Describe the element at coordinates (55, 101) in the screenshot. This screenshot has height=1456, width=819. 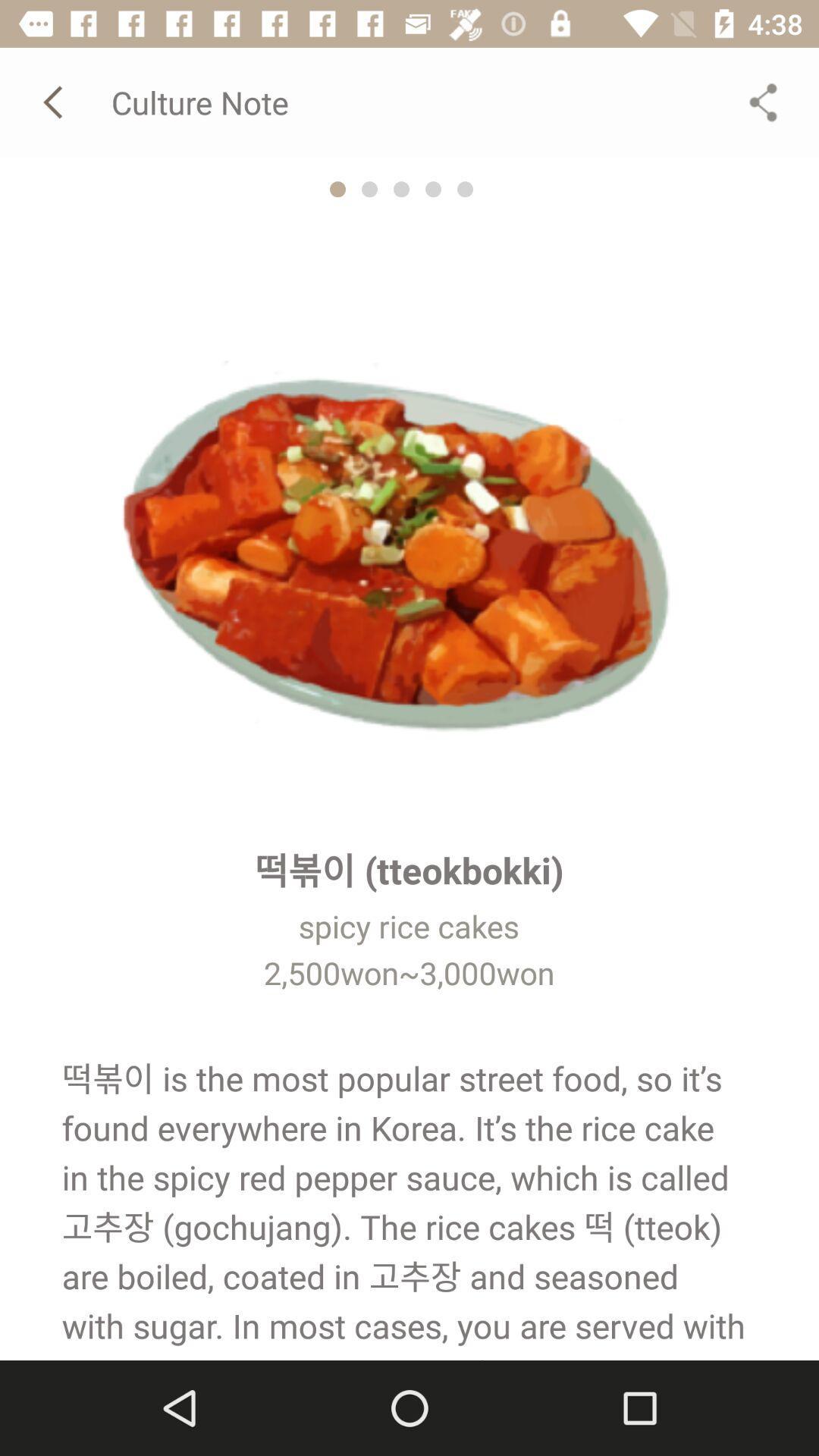
I see `the arrow_backward icon` at that location.